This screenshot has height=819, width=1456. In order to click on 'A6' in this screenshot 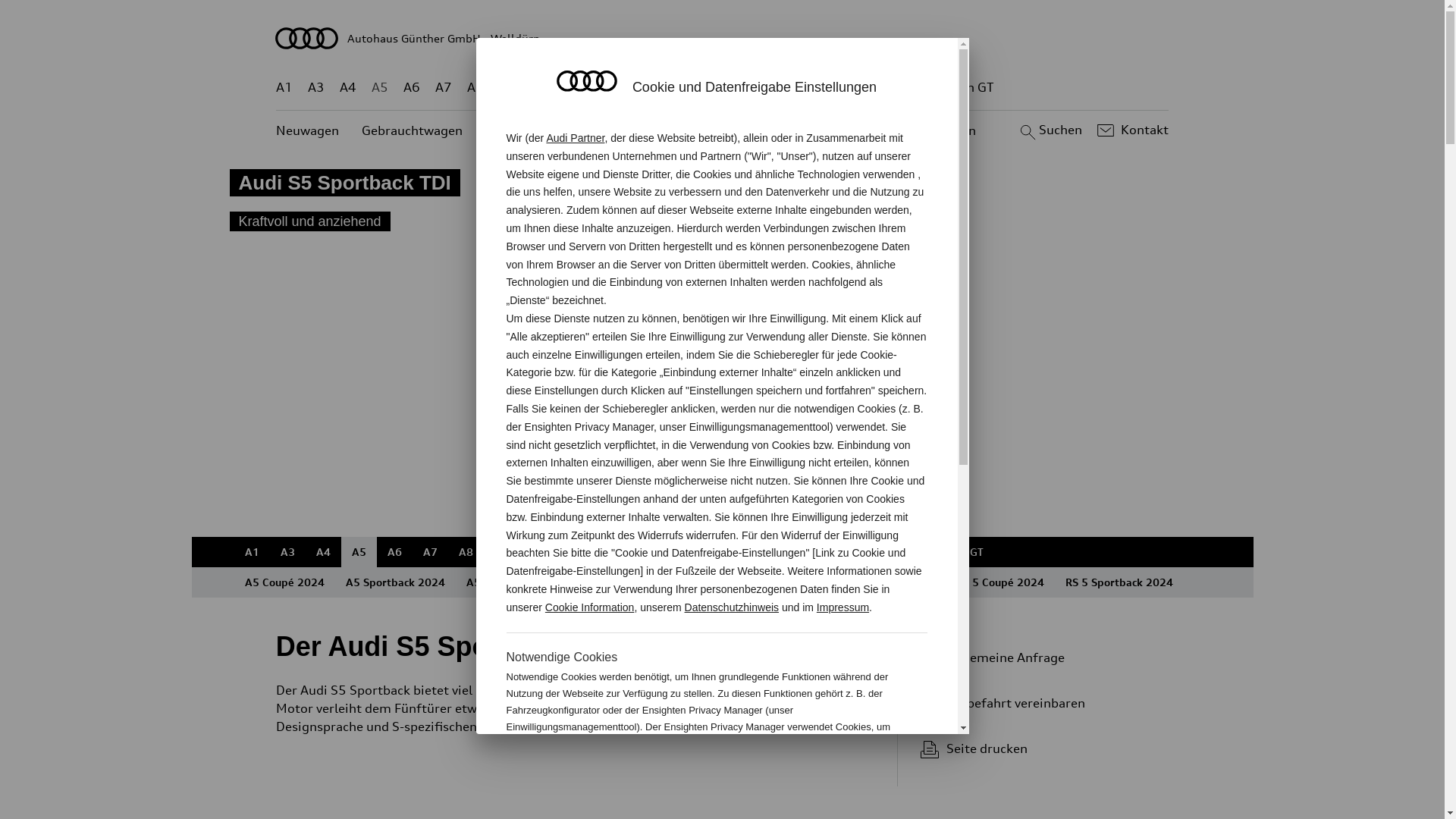, I will do `click(394, 552)`.